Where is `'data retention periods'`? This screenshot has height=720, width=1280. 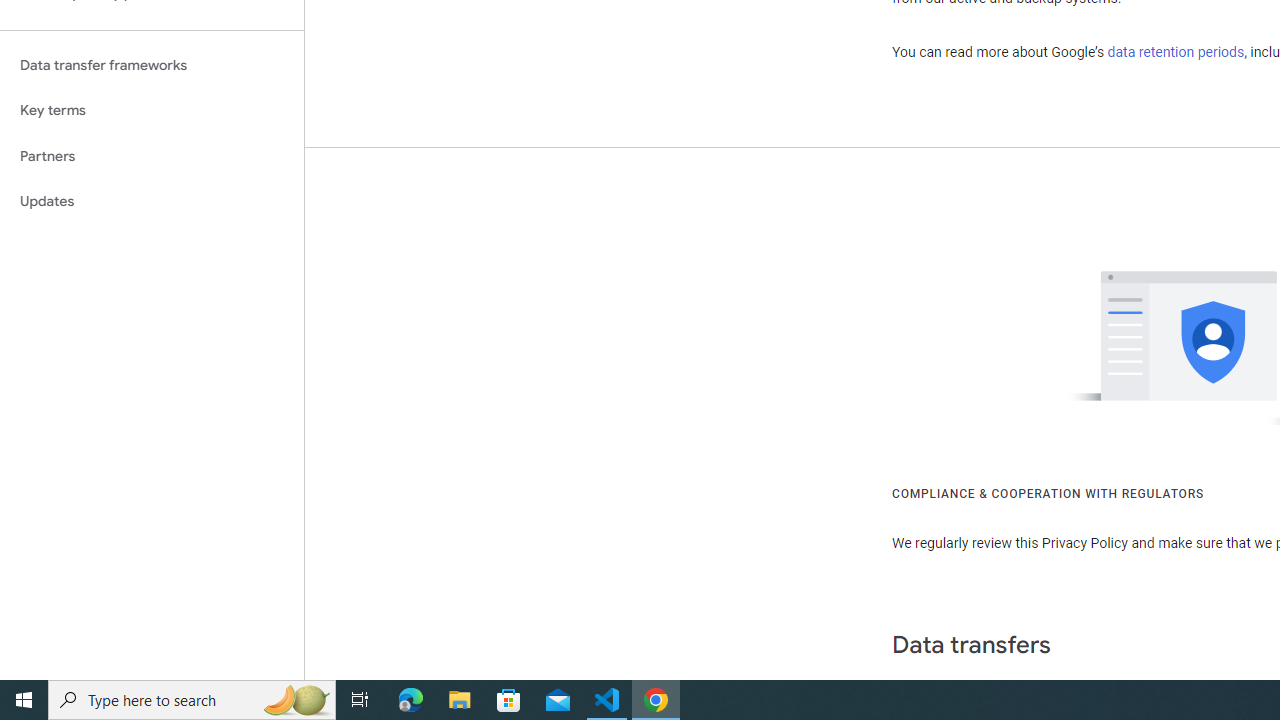
'data retention periods' is located at coordinates (1176, 51).